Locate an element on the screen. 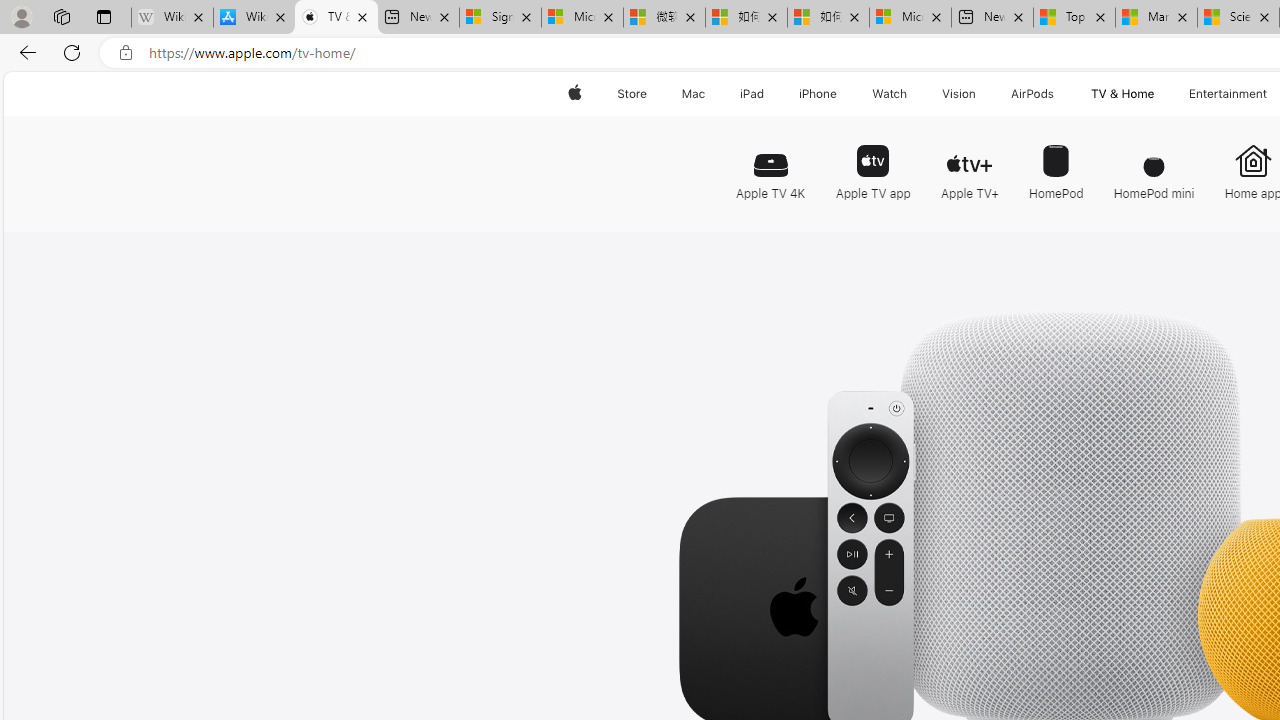 This screenshot has height=720, width=1280. 'Class: globalnav-submenu-trigger-item' is located at coordinates (1158, 93).